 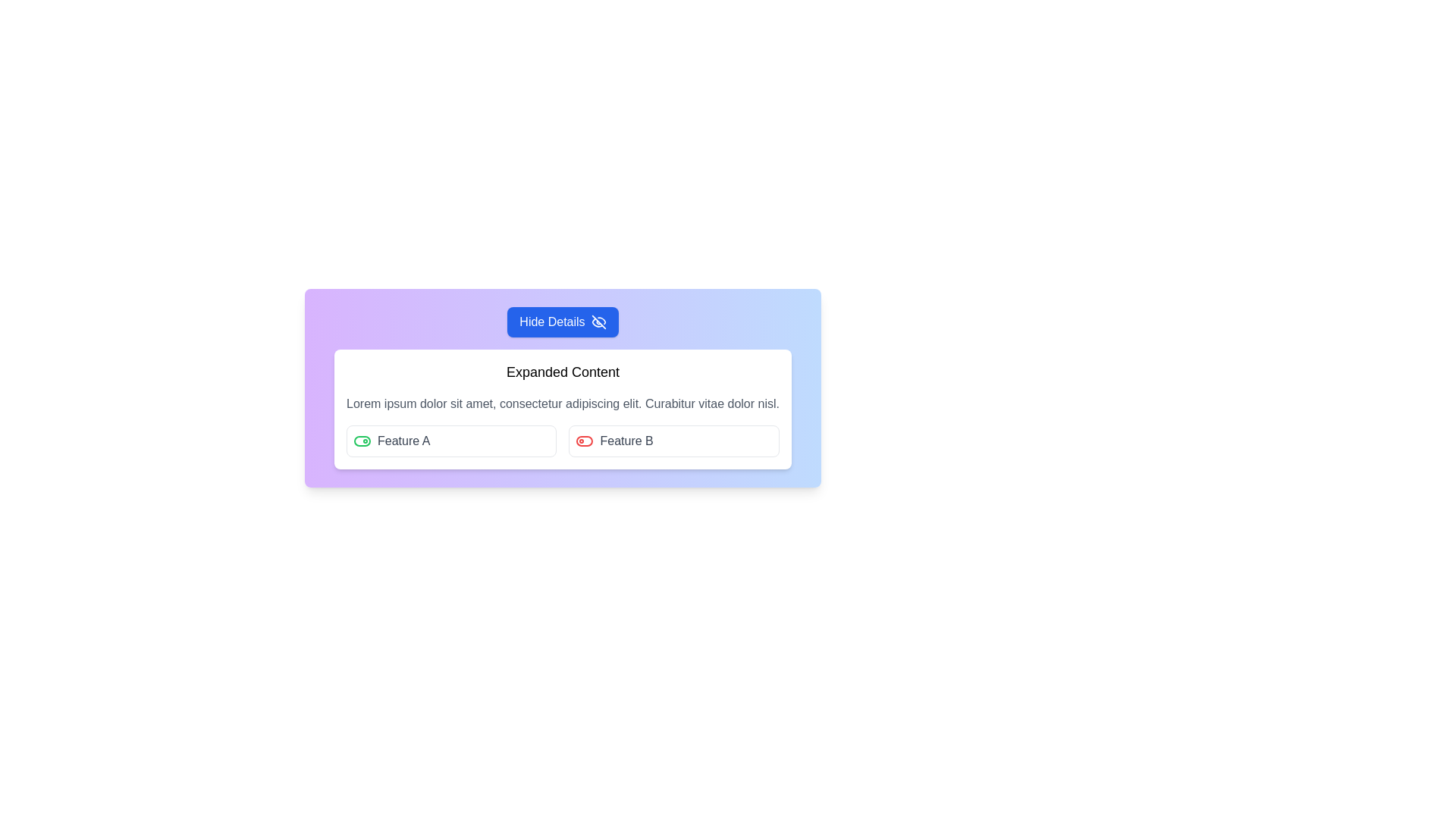 I want to click on the toggle button located at the bottom right corner of the grid to change its state, so click(x=673, y=441).